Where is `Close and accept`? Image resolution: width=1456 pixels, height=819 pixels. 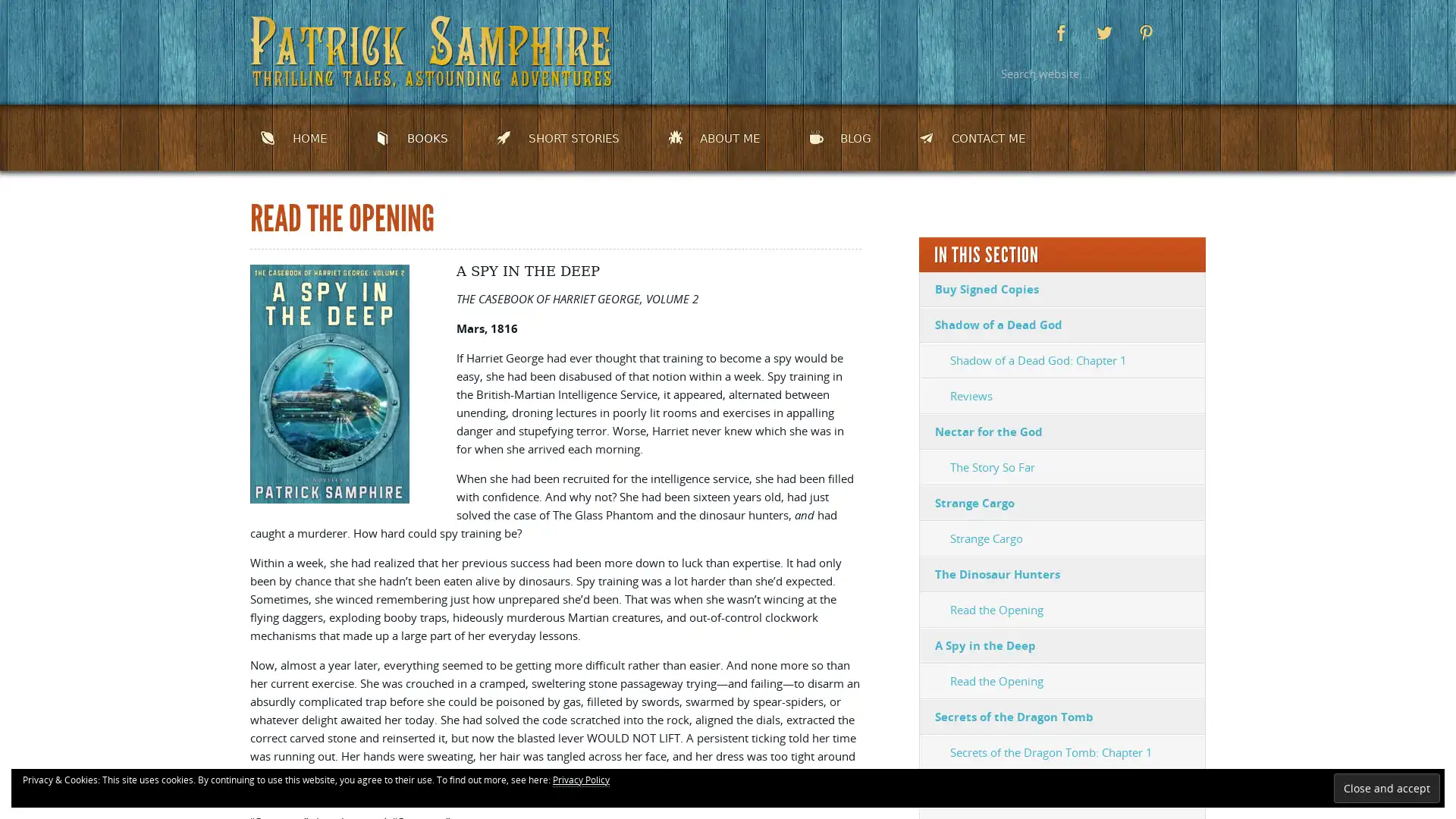 Close and accept is located at coordinates (1386, 787).